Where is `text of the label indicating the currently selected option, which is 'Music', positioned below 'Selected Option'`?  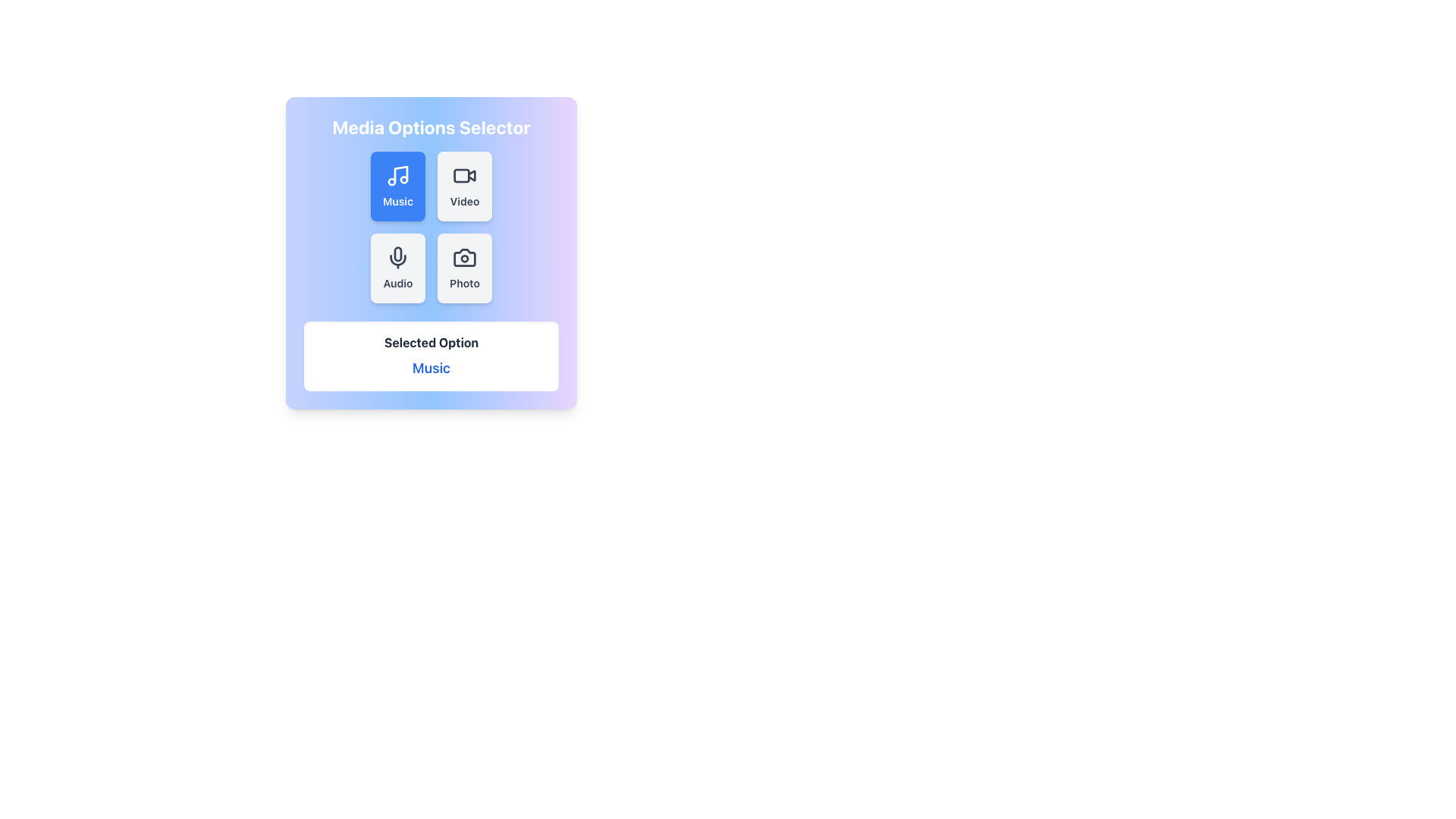
text of the label indicating the currently selected option, which is 'Music', positioned below 'Selected Option' is located at coordinates (431, 369).